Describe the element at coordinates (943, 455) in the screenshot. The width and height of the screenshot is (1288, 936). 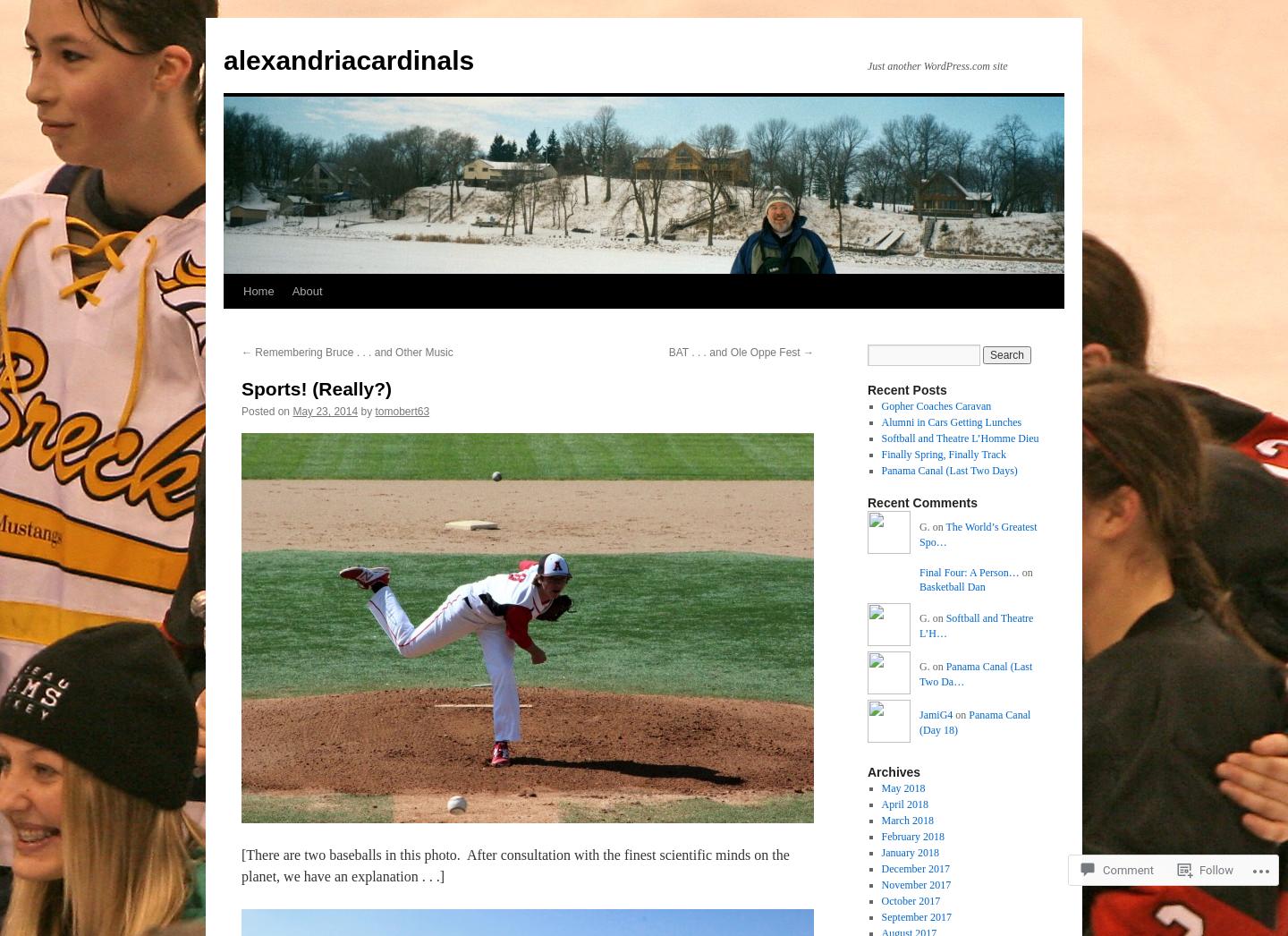
I see `'Finally Spring, Finally Track'` at that location.